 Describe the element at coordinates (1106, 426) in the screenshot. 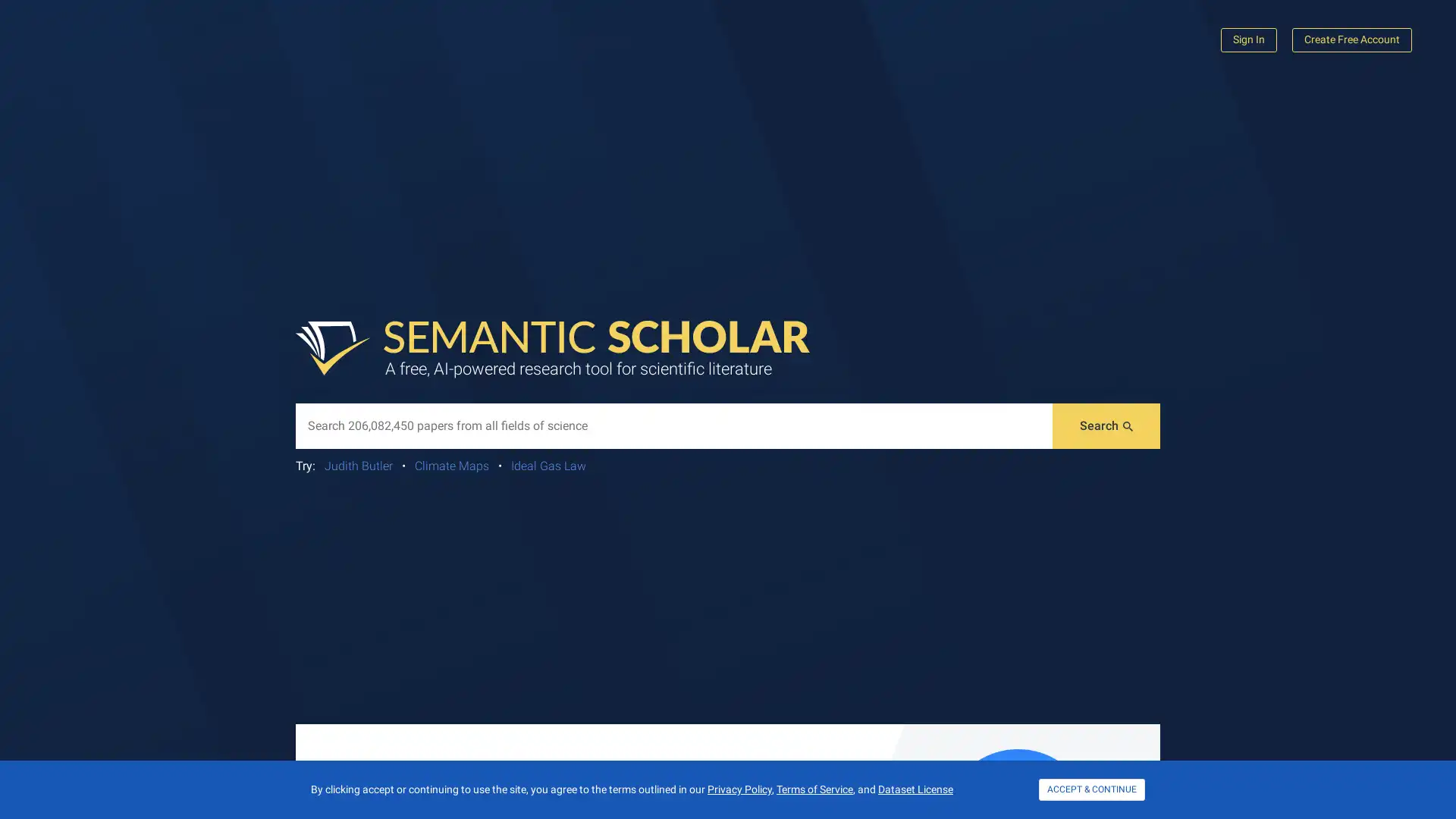

I see `Submit` at that location.